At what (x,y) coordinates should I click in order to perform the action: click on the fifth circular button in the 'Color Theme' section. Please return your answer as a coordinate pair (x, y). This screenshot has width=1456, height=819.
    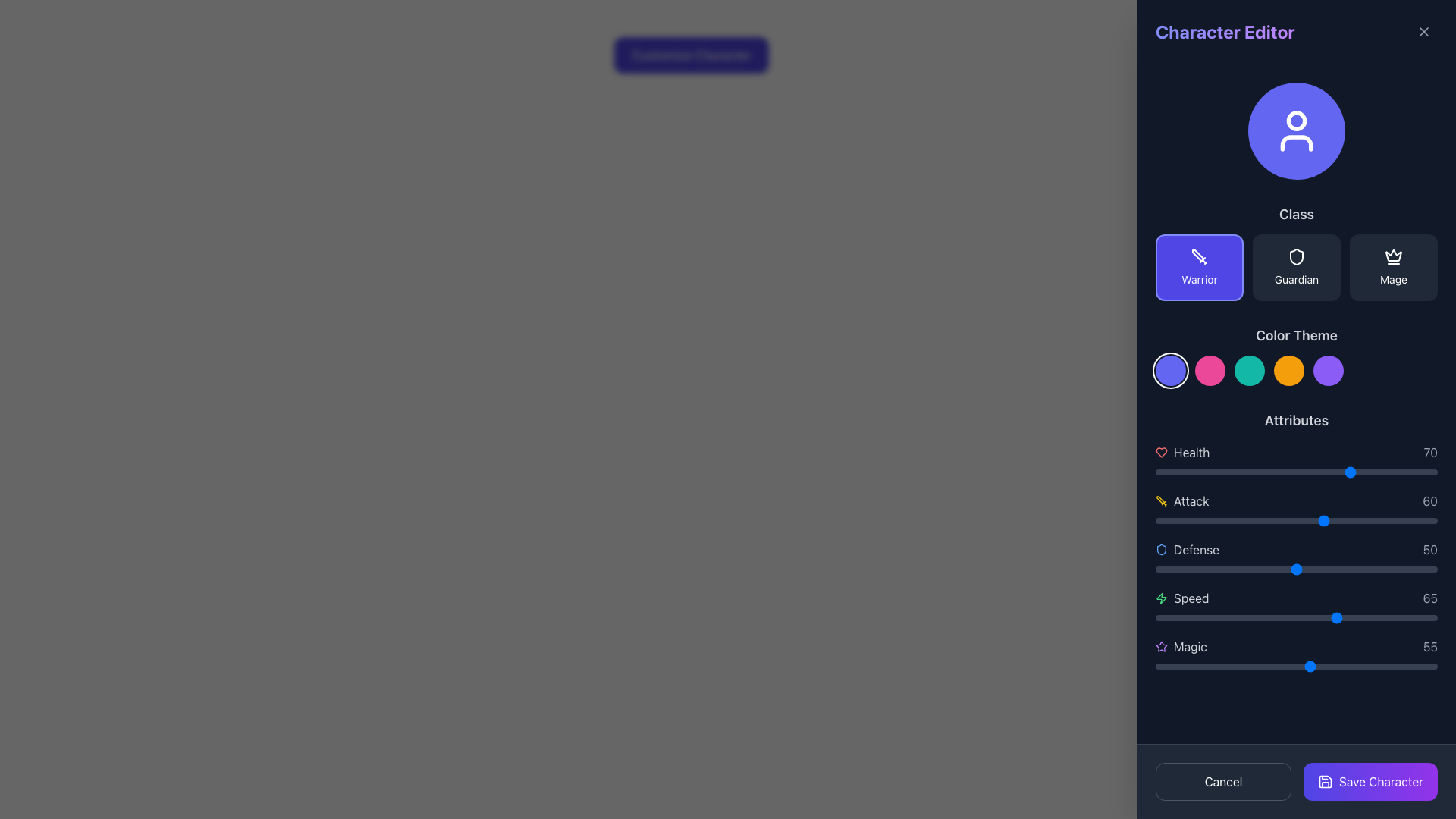
    Looking at the image, I should click on (1328, 371).